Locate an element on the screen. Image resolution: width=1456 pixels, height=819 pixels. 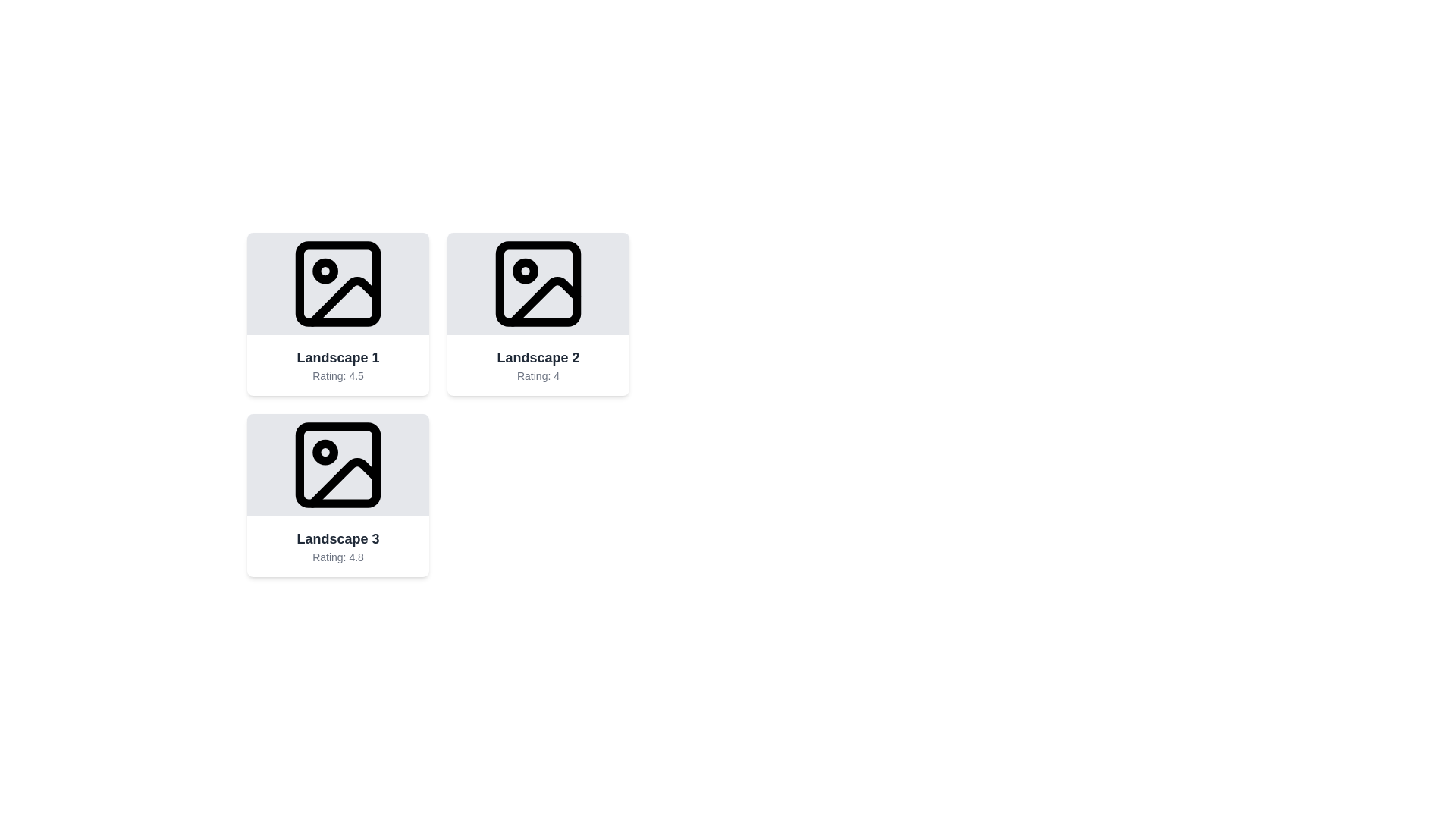
the small decorative graphical circle located within the image icon of the second card in the grid layout, which resembles a picture frame with a mountain and a sun is located at coordinates (526, 270).